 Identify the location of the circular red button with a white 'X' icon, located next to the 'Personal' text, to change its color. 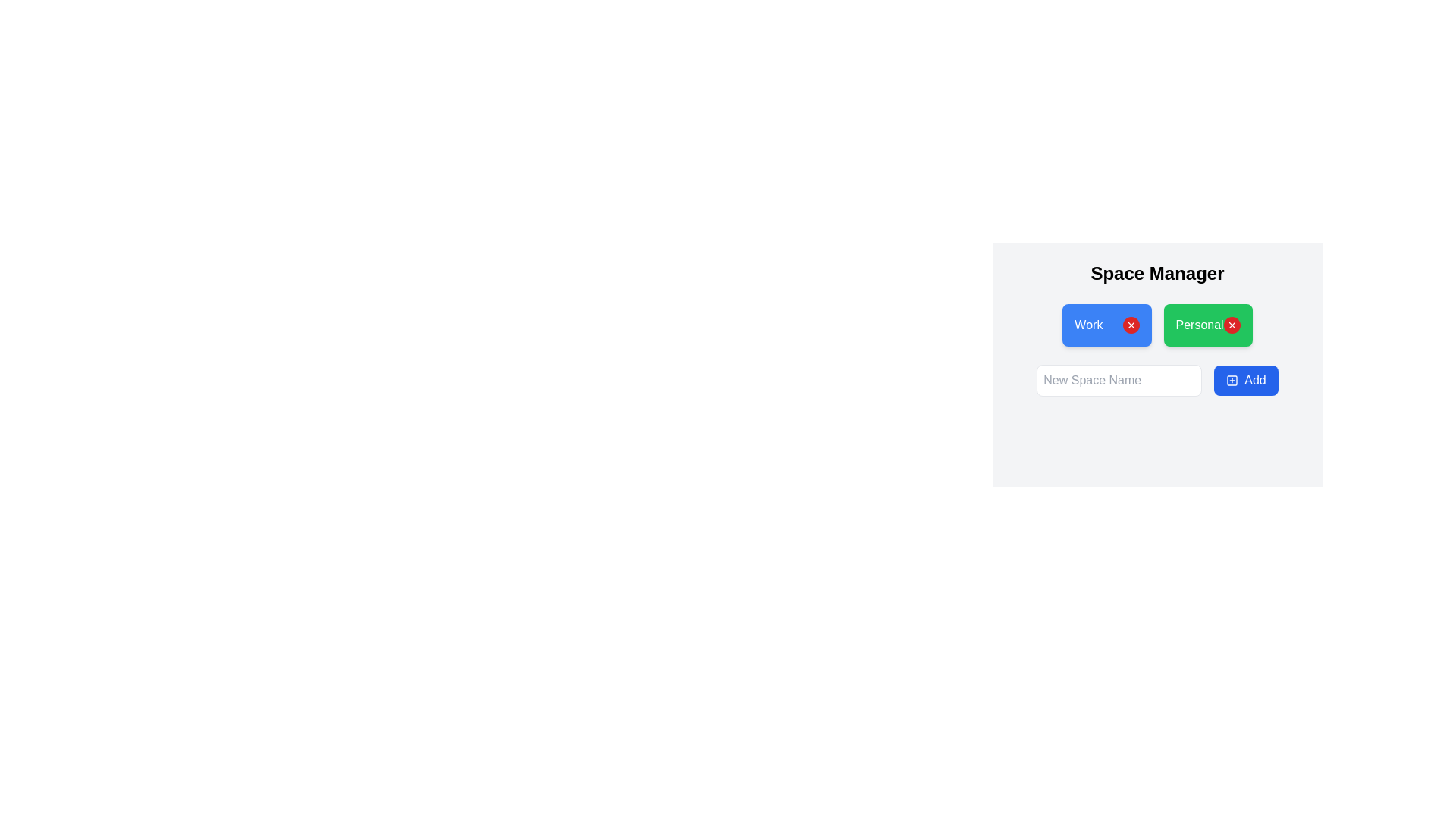
(1232, 324).